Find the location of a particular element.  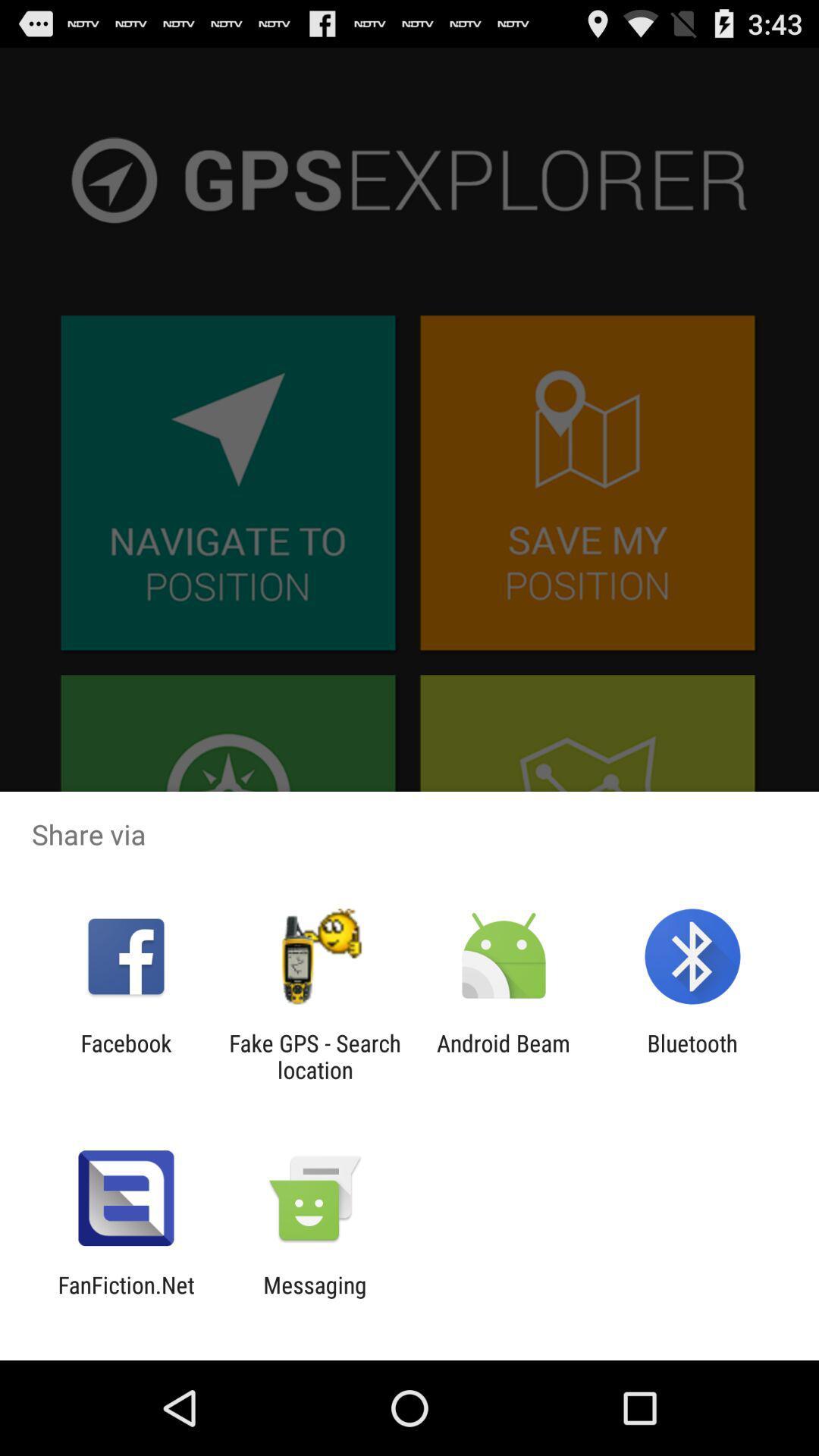

app to the left of fake gps search is located at coordinates (125, 1056).